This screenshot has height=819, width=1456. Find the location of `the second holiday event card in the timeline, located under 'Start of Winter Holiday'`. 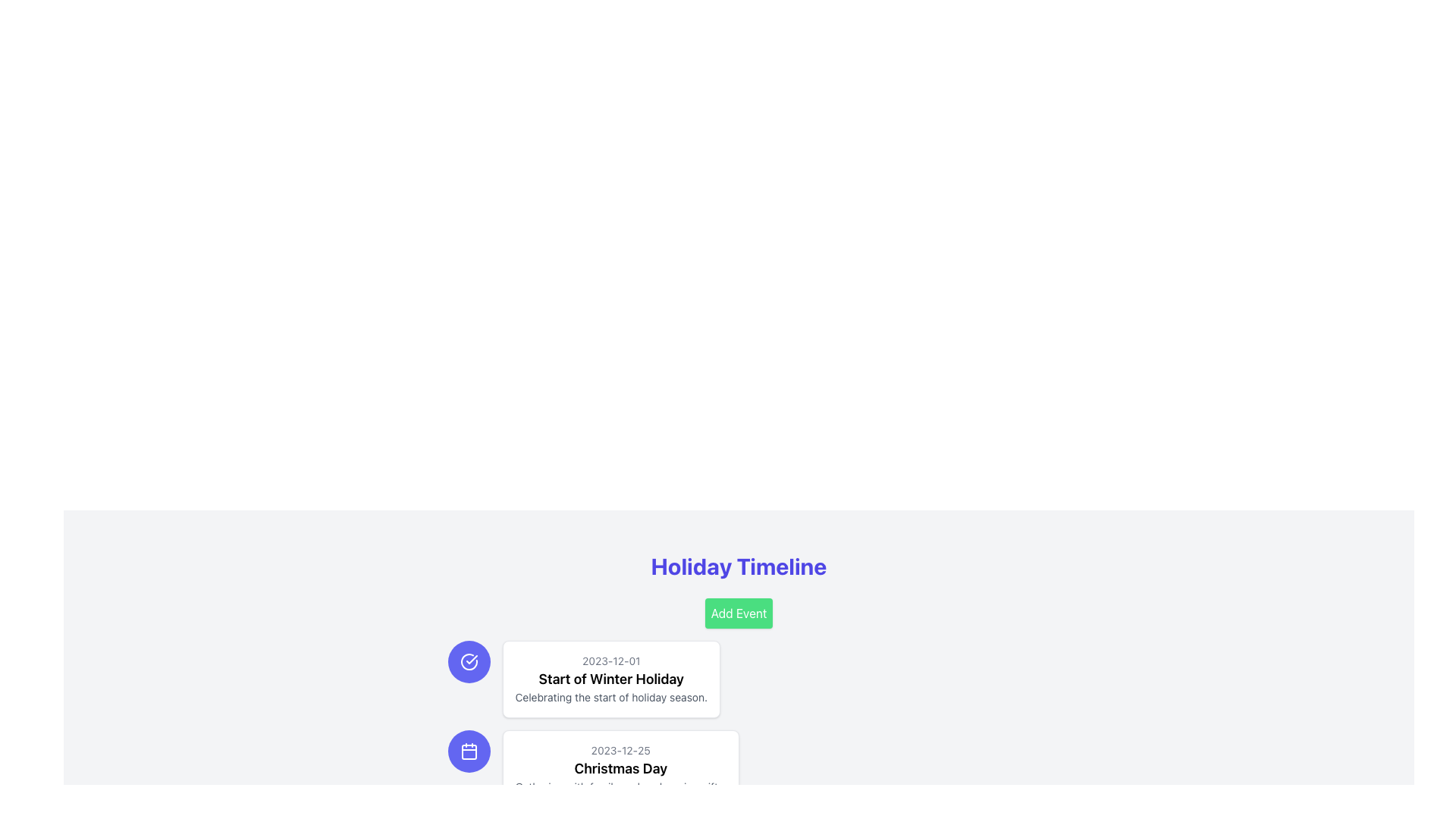

the second holiday event card in the timeline, located under 'Start of Winter Holiday' is located at coordinates (620, 769).